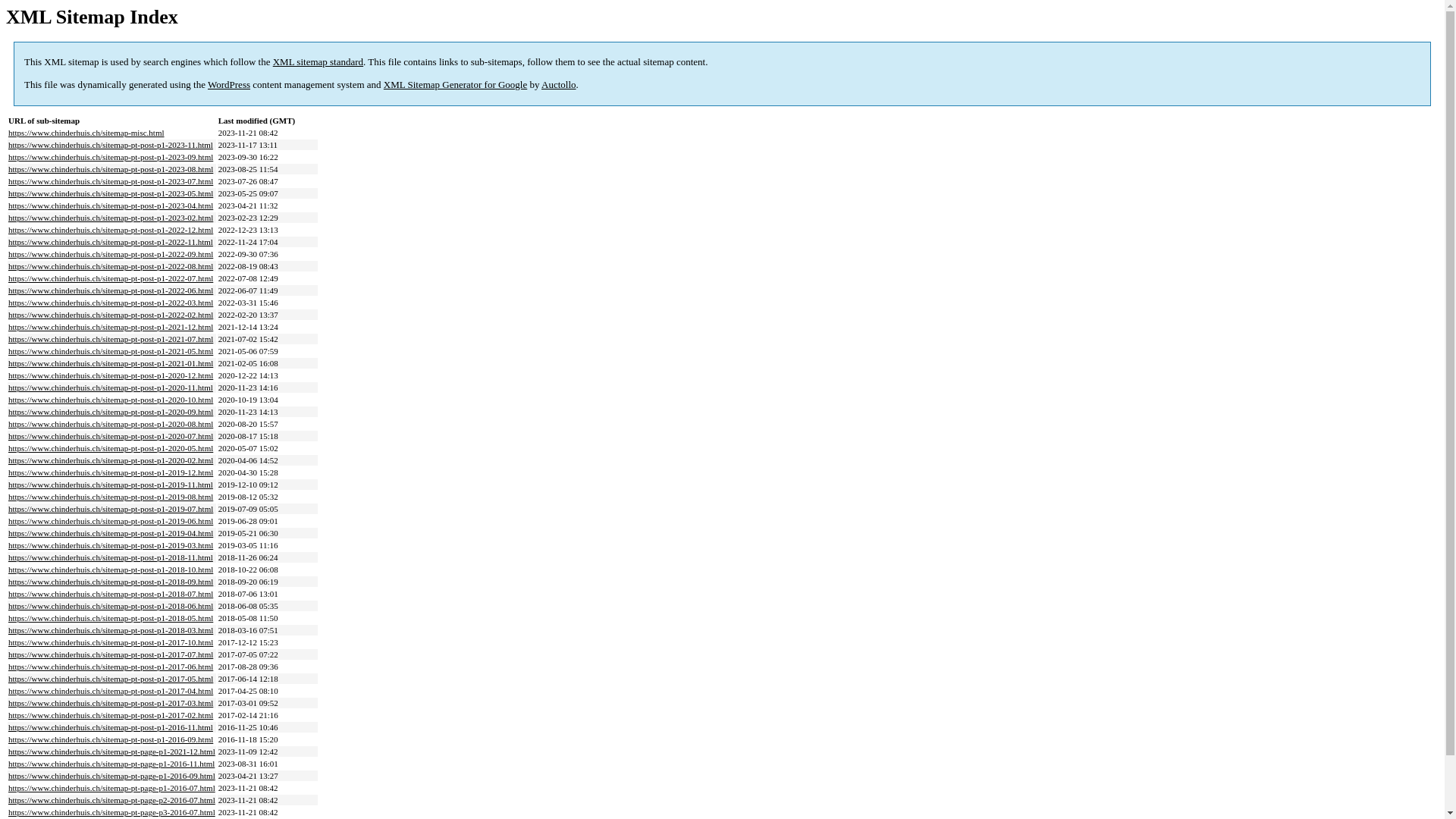  Describe the element at coordinates (111, 786) in the screenshot. I see `'https://www.chinderhuis.ch/sitemap-pt-page-p1-2016-07.html'` at that location.